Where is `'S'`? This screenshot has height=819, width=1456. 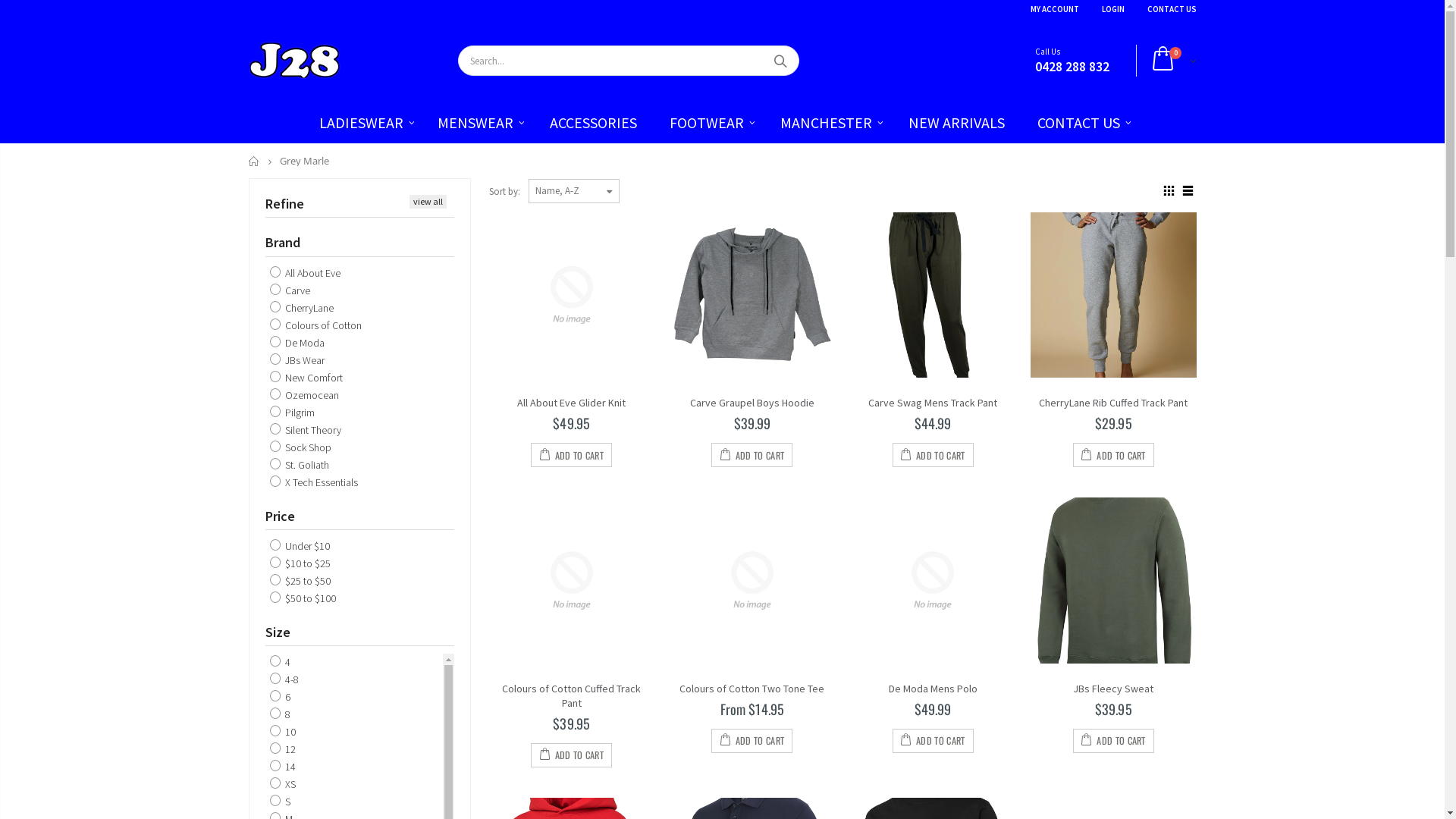
'S' is located at coordinates (280, 800).